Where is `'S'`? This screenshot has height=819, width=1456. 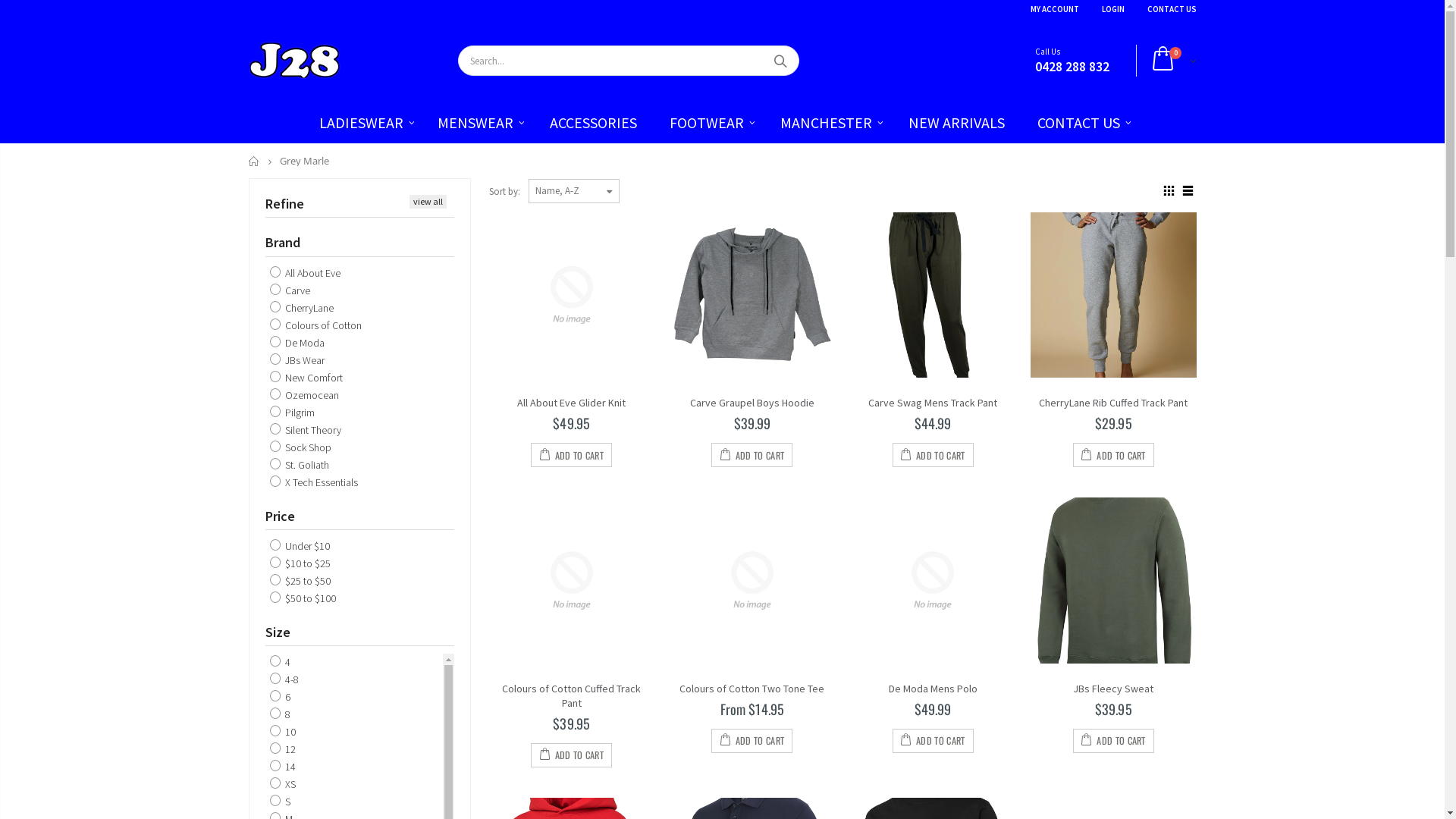
'S' is located at coordinates (280, 800).